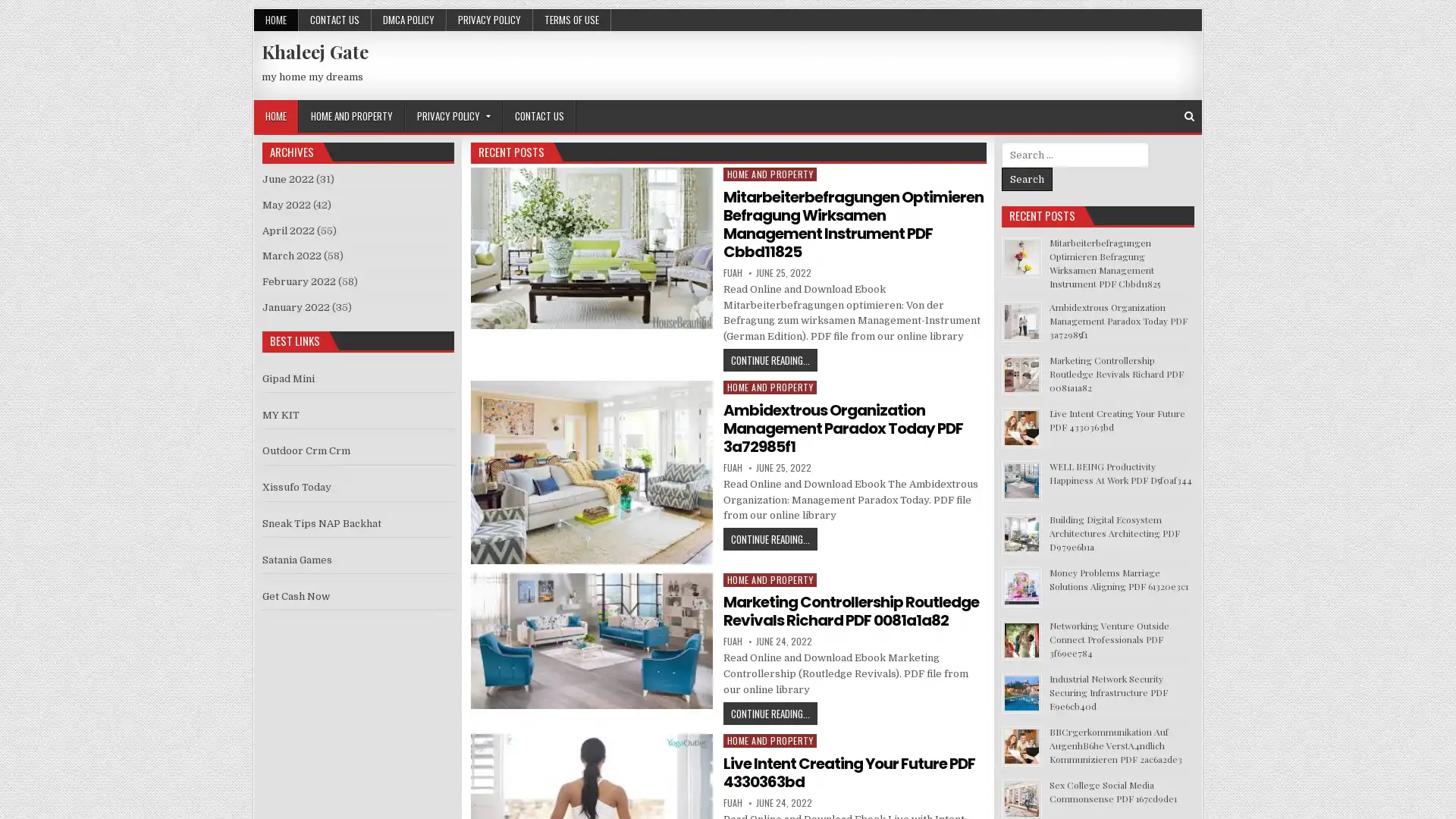 This screenshot has width=1456, height=819. What do you see at coordinates (1027, 178) in the screenshot?
I see `Search` at bounding box center [1027, 178].